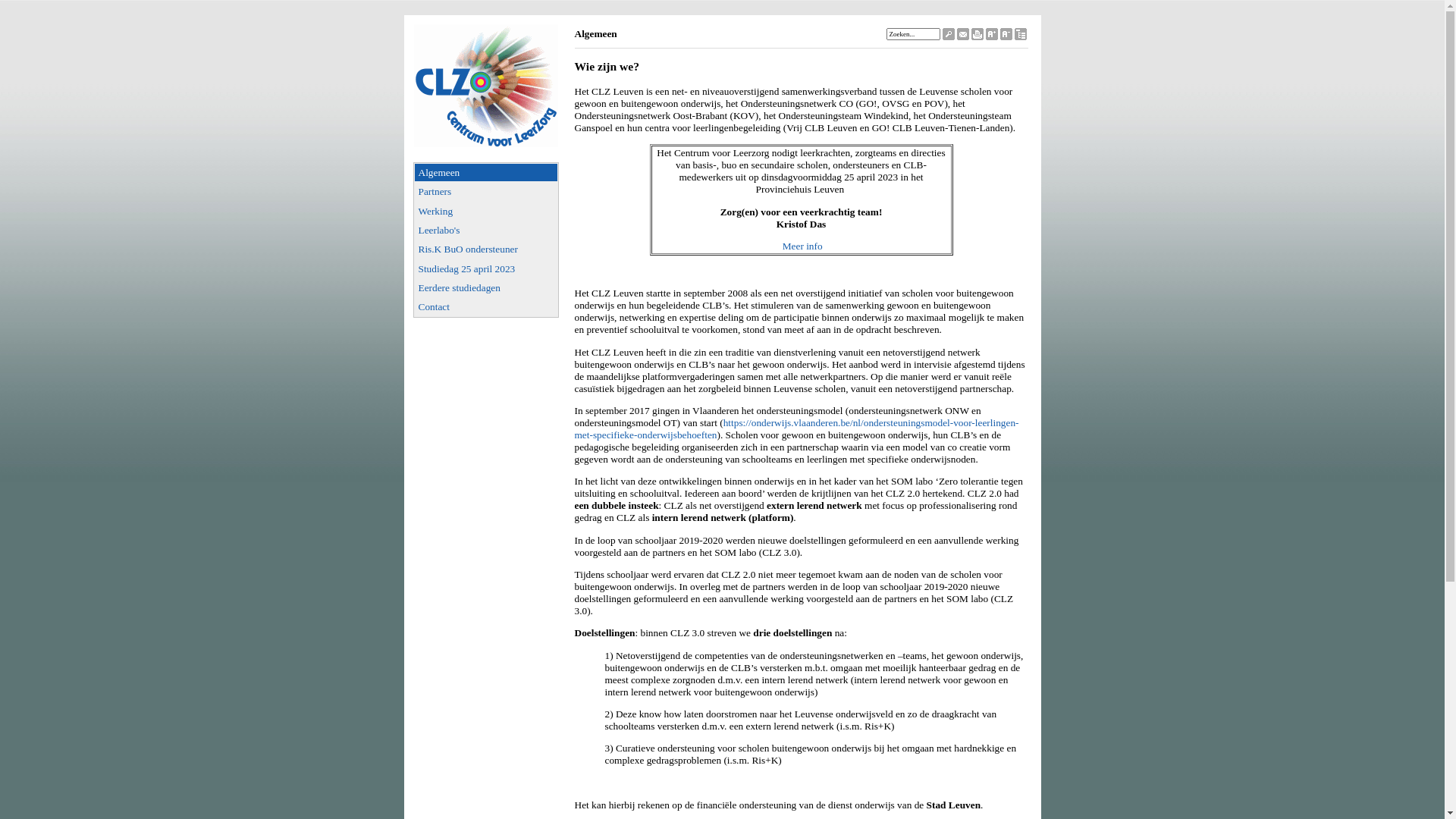  Describe the element at coordinates (912, 34) in the screenshot. I see `'Zoeken...'` at that location.